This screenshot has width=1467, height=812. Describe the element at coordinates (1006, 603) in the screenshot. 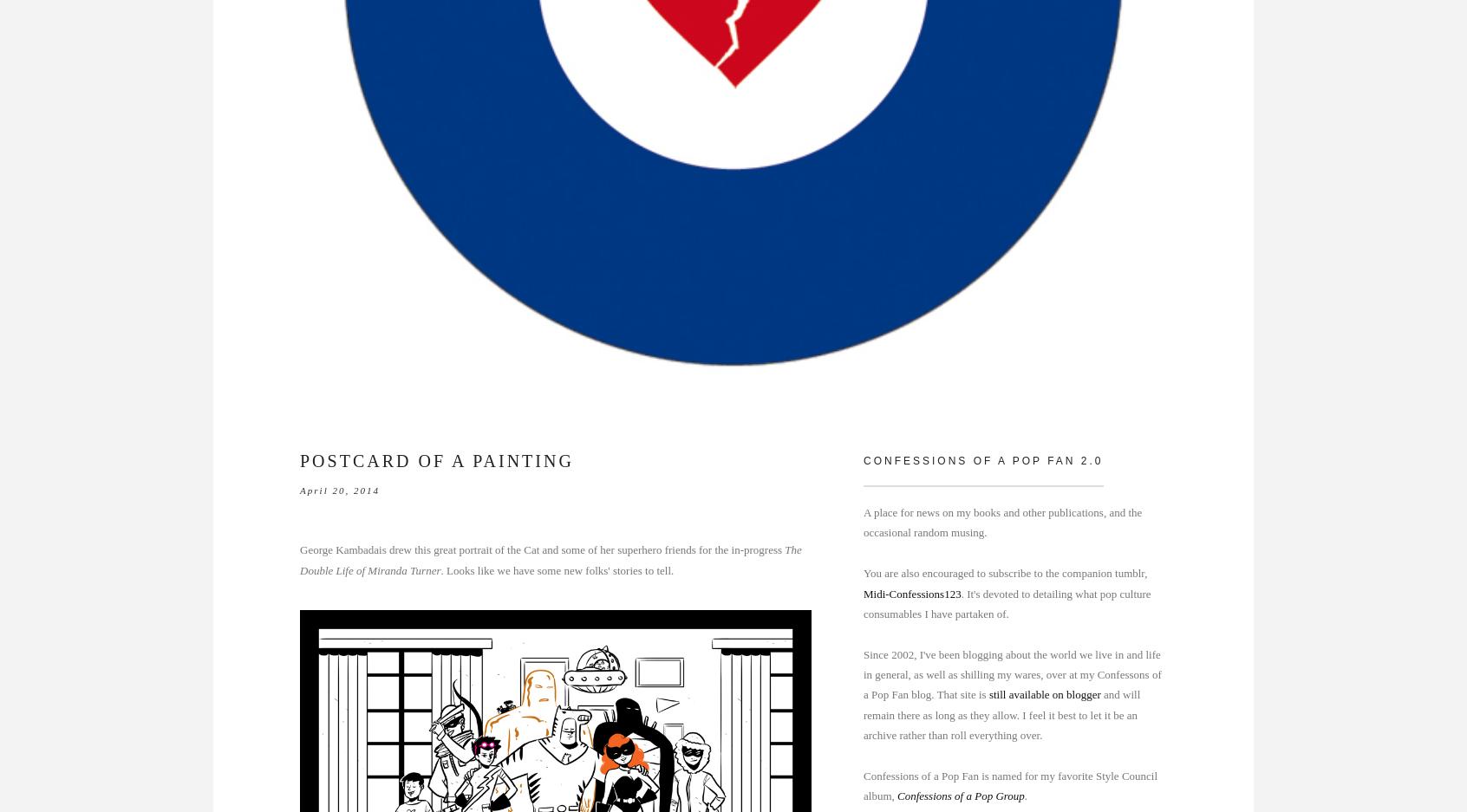

I see `'. It's devoted to detailing what pop culture consumables I have partaken of.'` at that location.